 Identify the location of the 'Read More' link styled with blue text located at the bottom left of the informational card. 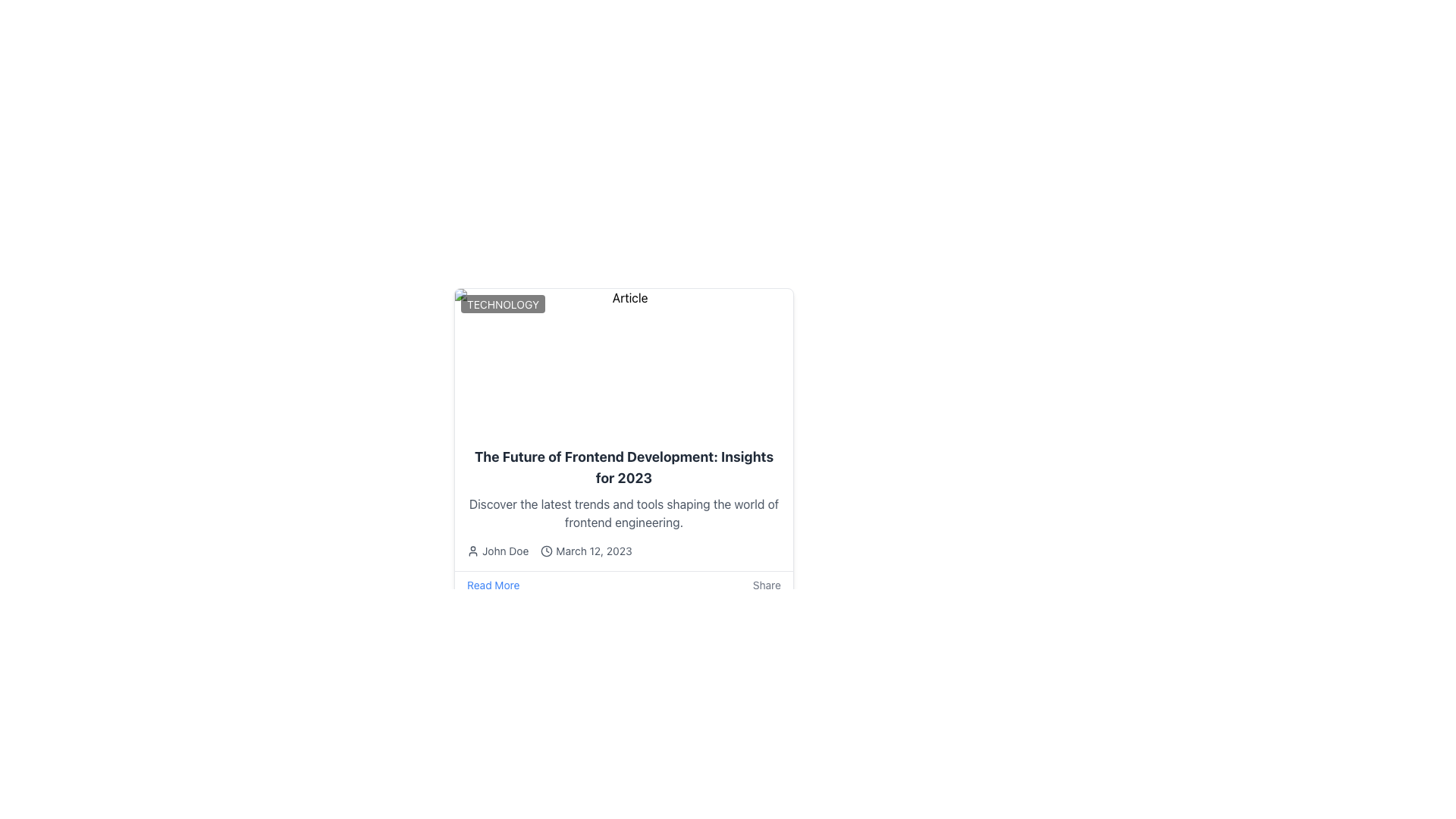
(493, 584).